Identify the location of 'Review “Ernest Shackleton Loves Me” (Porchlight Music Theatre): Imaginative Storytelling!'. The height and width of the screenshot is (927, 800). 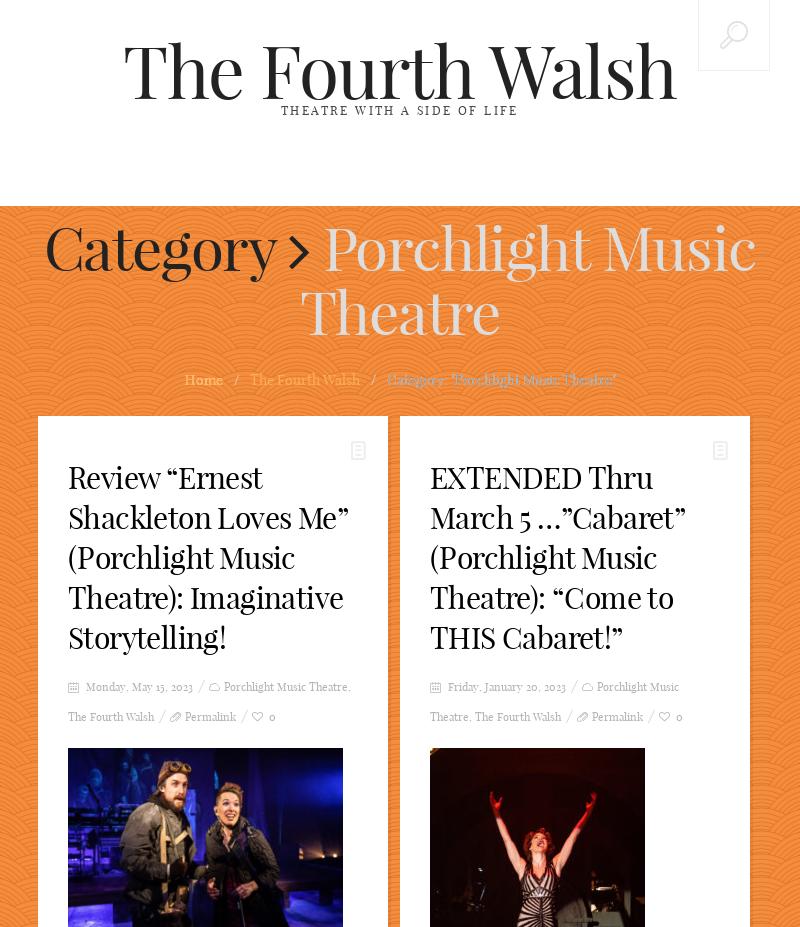
(207, 557).